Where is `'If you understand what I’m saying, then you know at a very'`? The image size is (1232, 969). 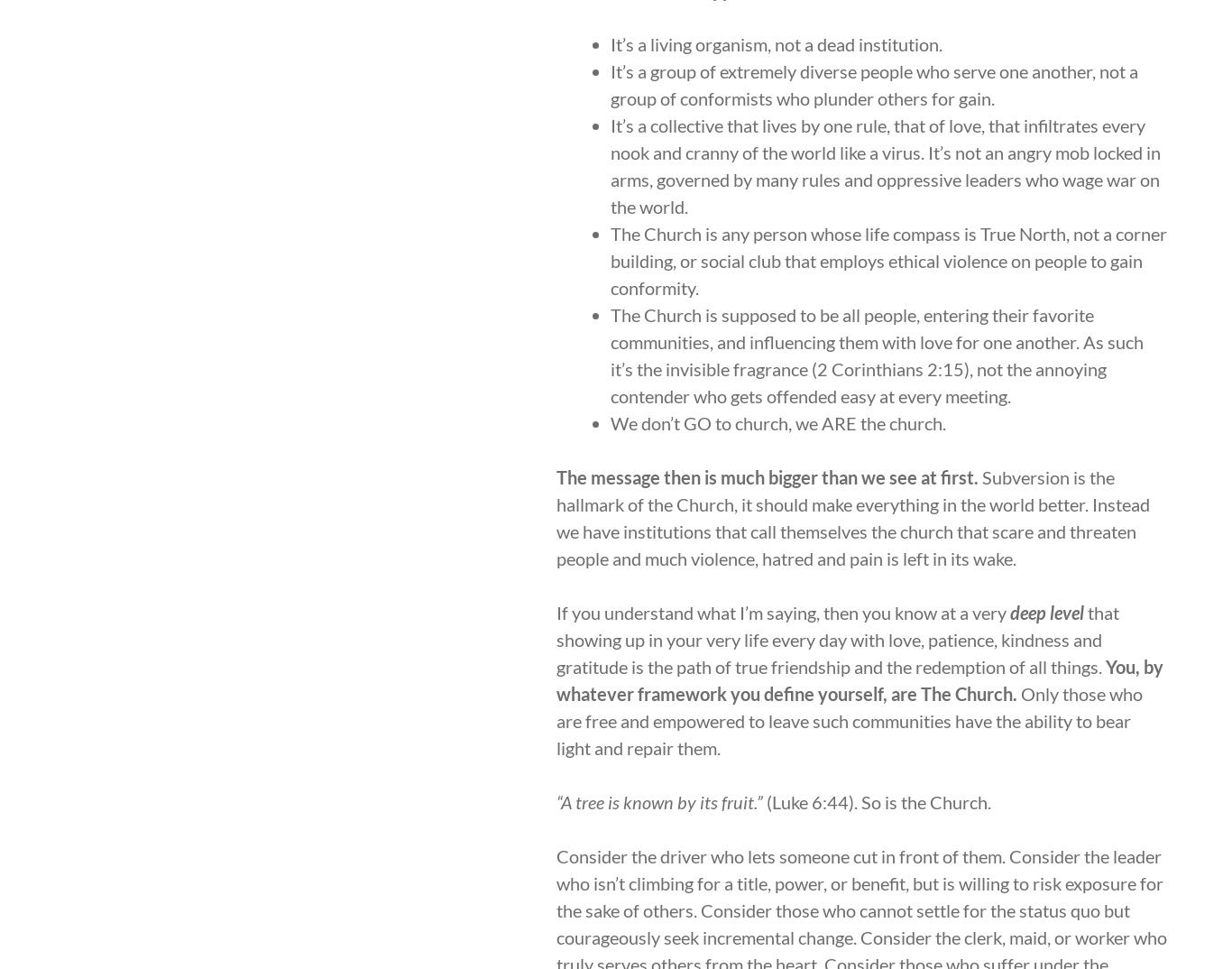 'If you understand what I’m saying, then you know at a very' is located at coordinates (556, 611).